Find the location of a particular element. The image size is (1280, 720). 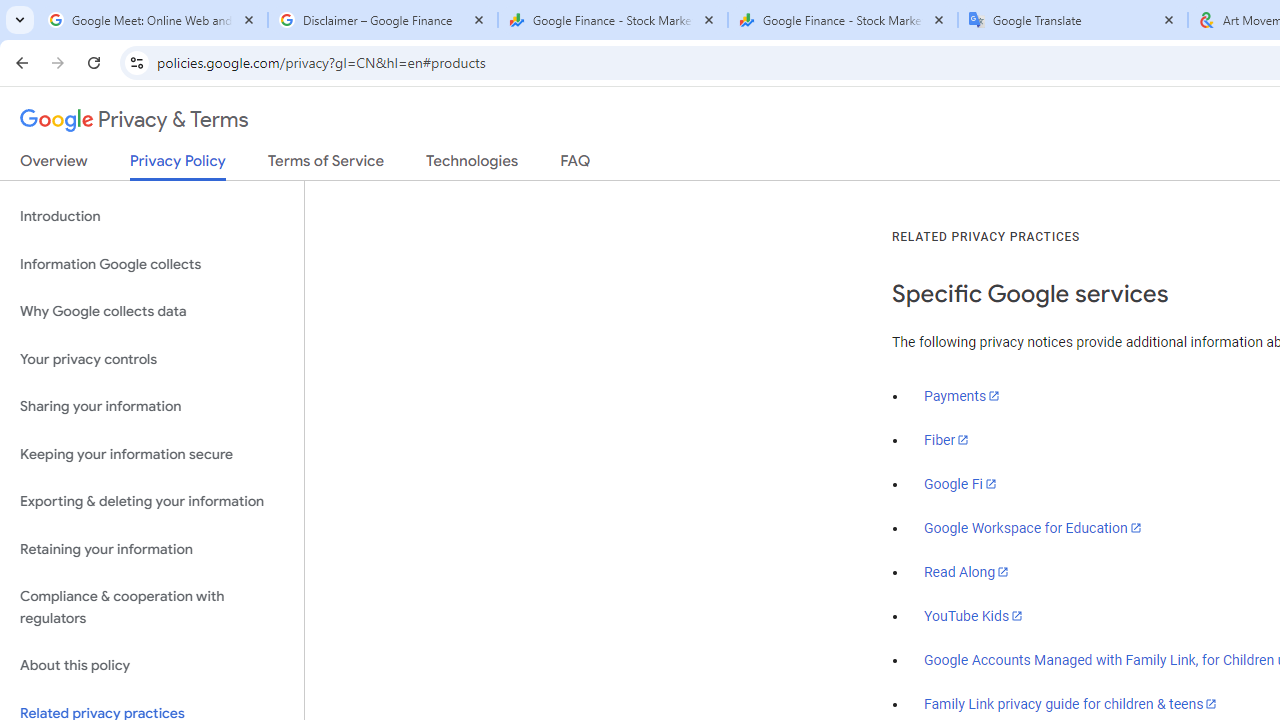

'Fiber' is located at coordinates (946, 439).